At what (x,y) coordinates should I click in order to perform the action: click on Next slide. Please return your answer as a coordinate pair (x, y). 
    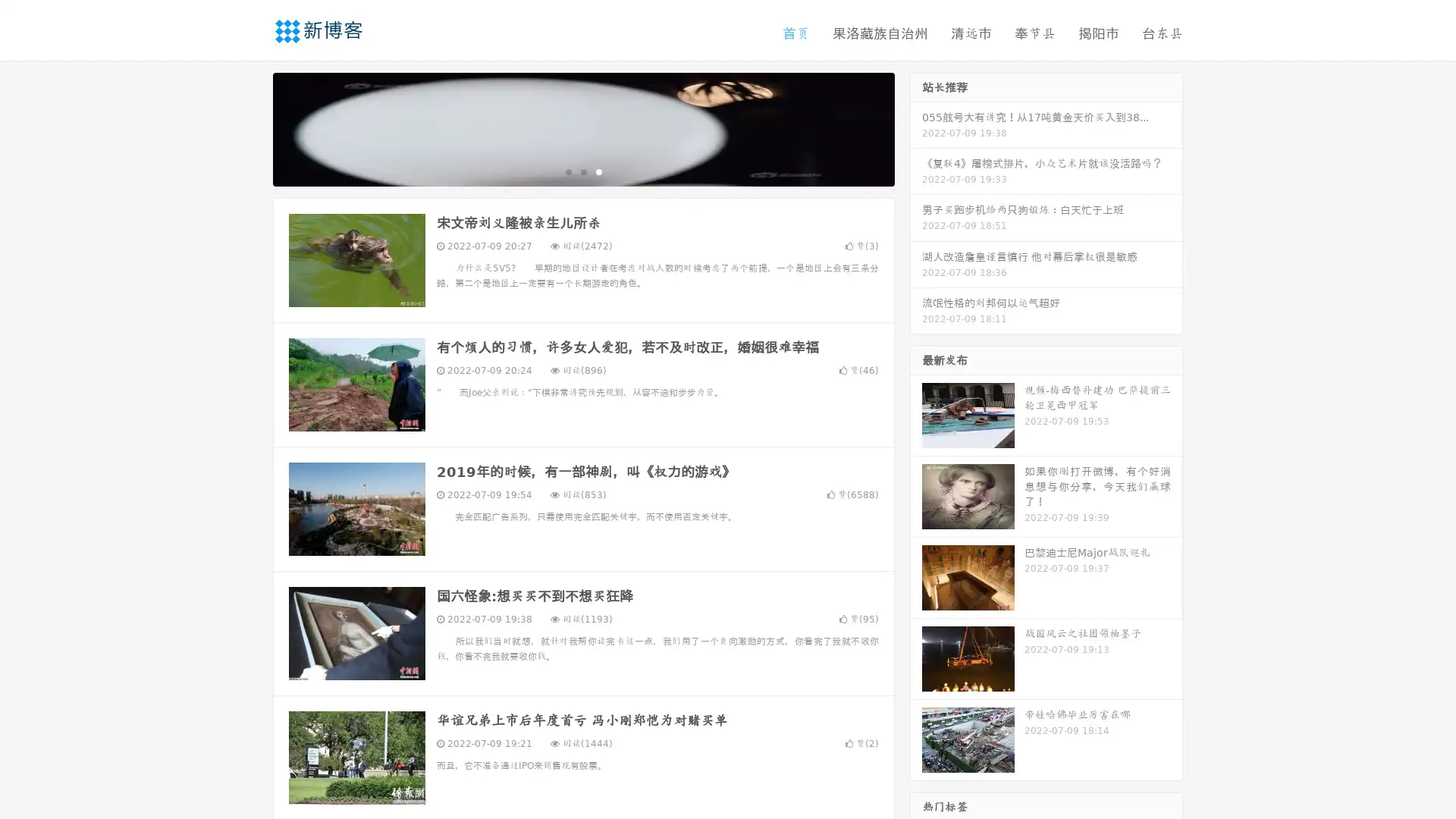
    Looking at the image, I should click on (916, 127).